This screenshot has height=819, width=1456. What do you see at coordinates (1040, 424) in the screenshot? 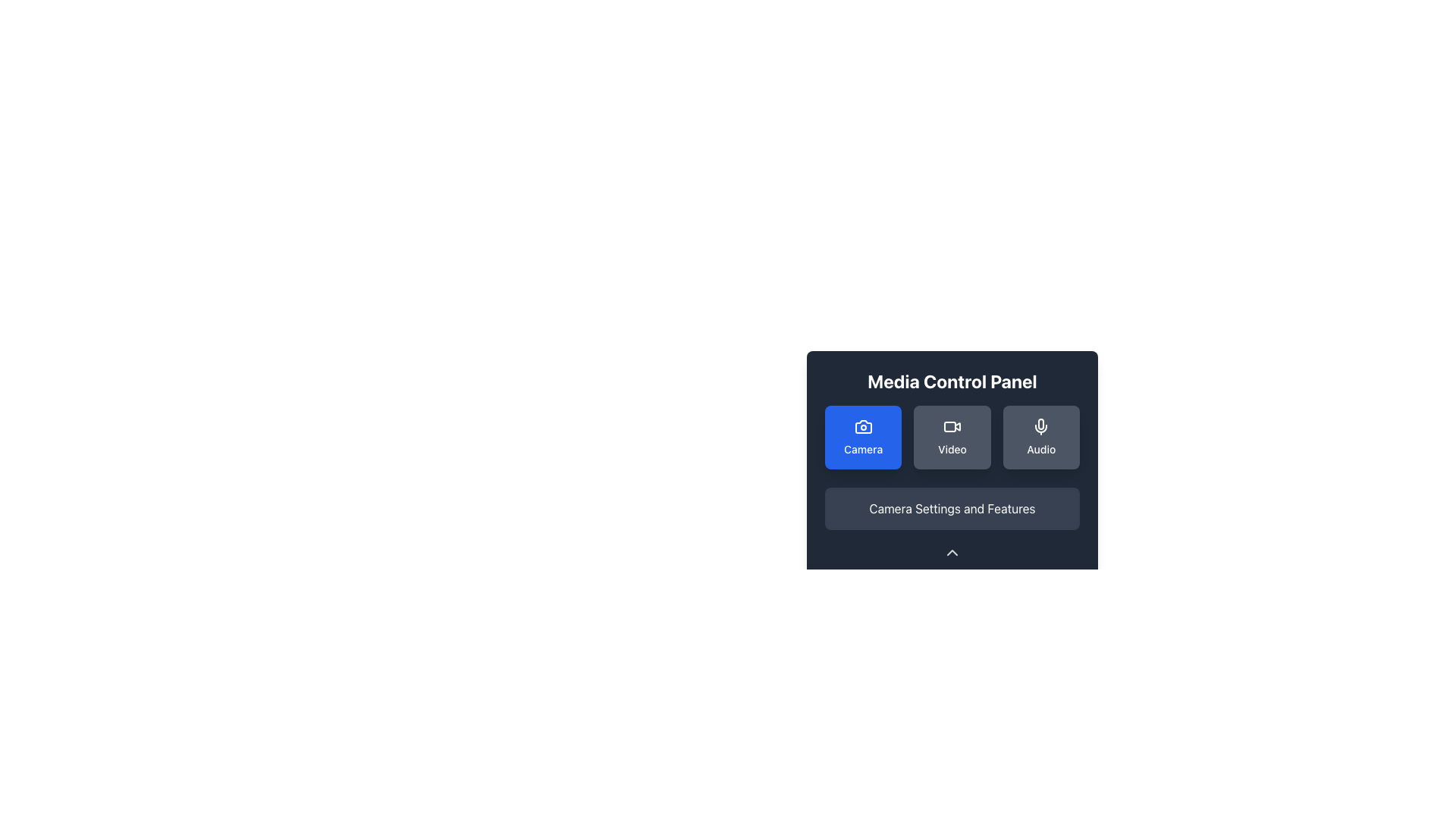
I see `the microphone icon located in the Media Control Panel interface, which is a simple vertical oval shape in monochromatic gray tones` at bounding box center [1040, 424].